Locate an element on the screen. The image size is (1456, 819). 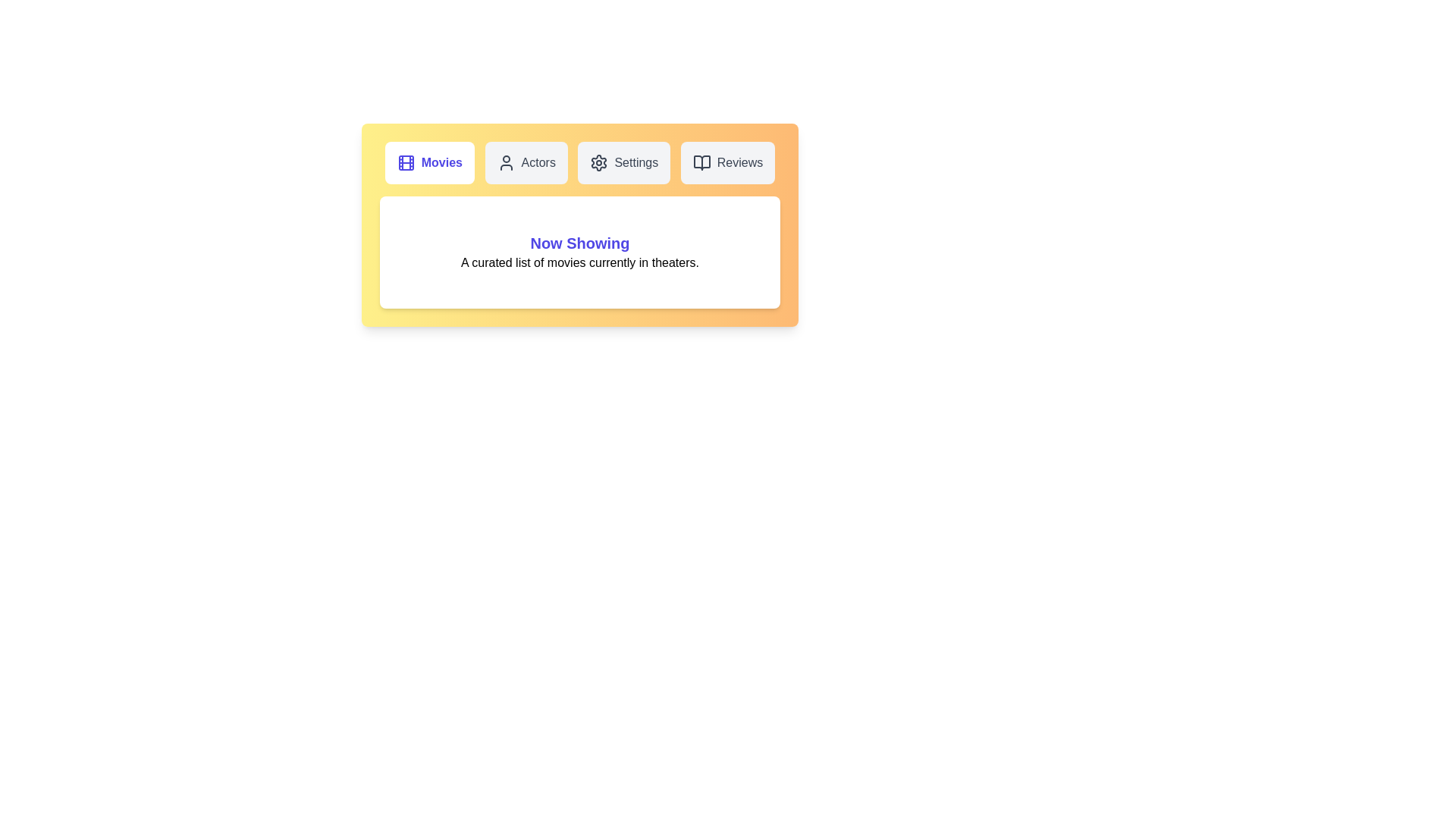
the tab labeled Settings to preview its interaction is located at coordinates (624, 163).